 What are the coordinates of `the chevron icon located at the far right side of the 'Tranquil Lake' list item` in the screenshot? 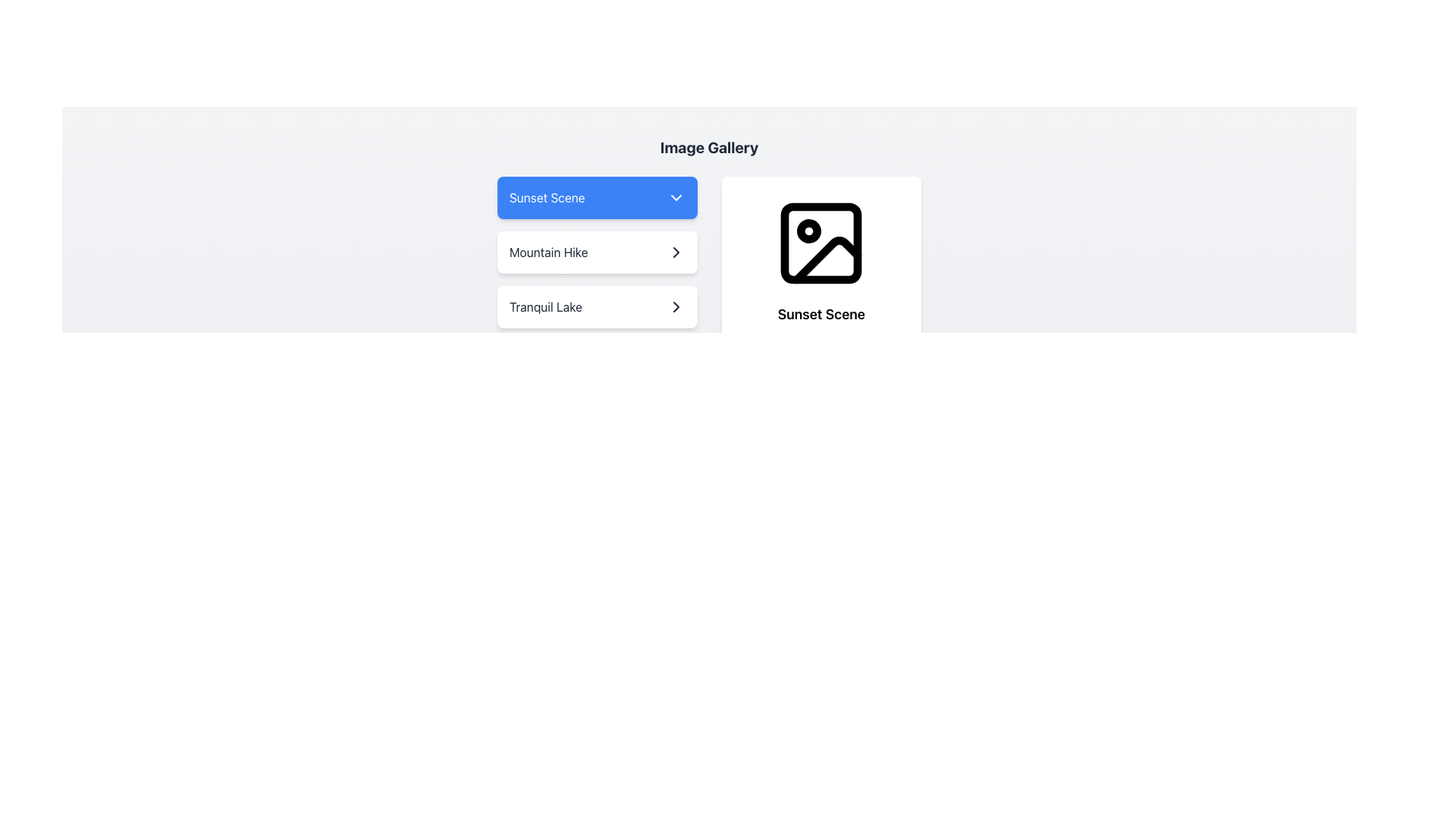 It's located at (675, 307).